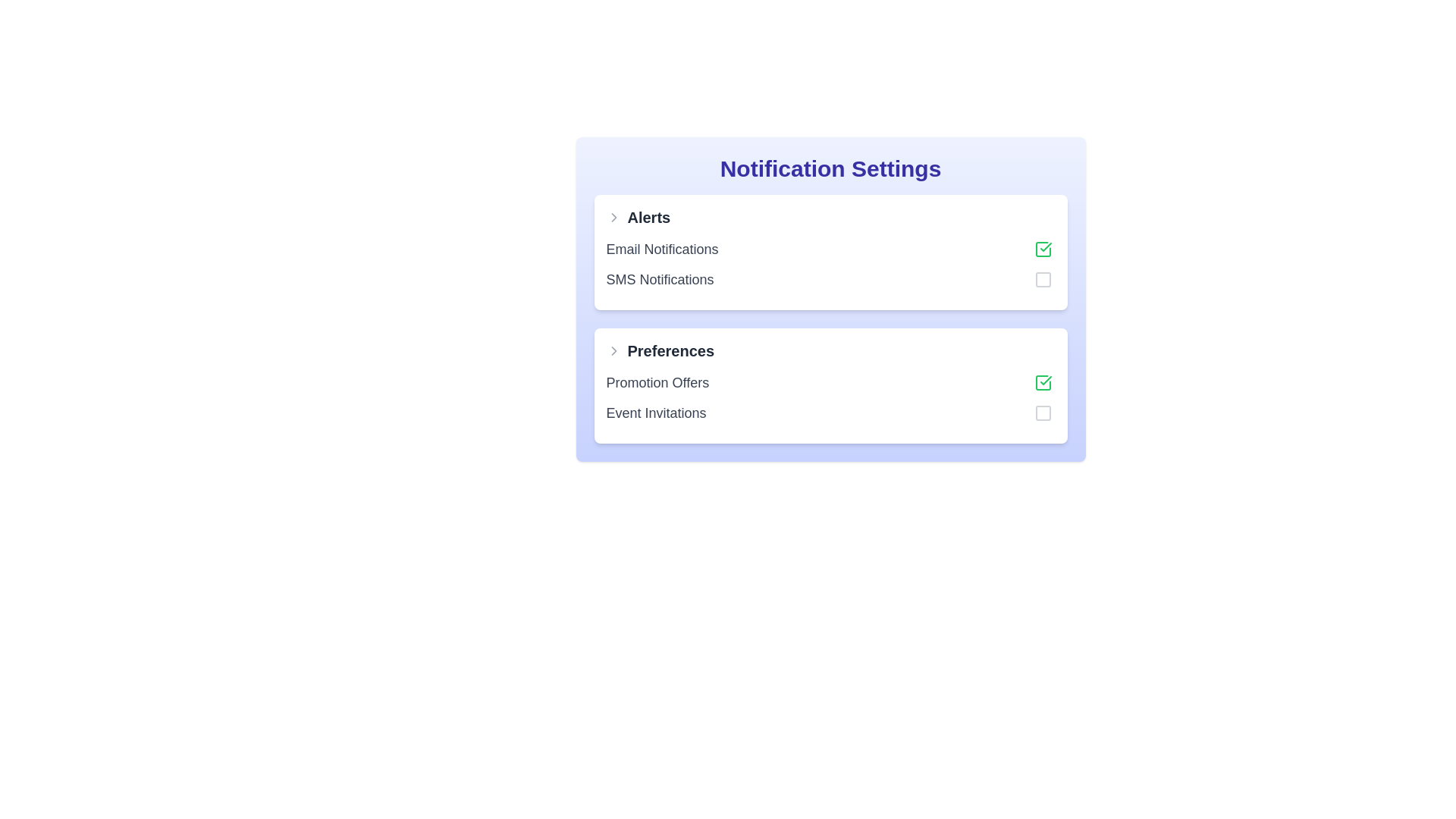 This screenshot has width=1456, height=819. I want to click on the checkbox of the 'Promotion Offers' notification preference option, so click(830, 397).